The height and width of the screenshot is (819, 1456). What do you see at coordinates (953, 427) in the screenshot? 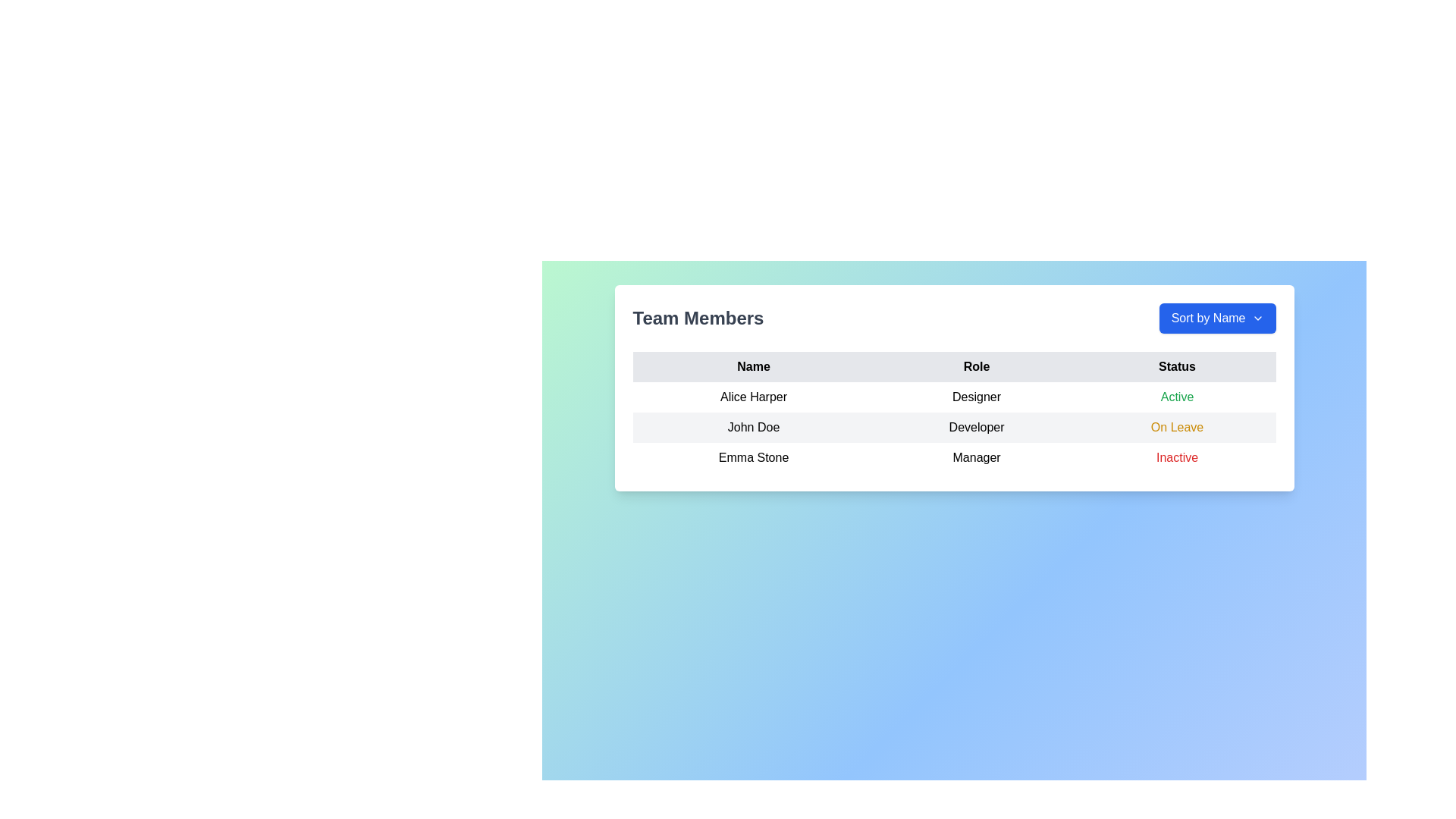
I see `the second row in the team member table, which contains information about the individual team member, located between 'Alice Harper' and 'Emma Stone'` at bounding box center [953, 427].